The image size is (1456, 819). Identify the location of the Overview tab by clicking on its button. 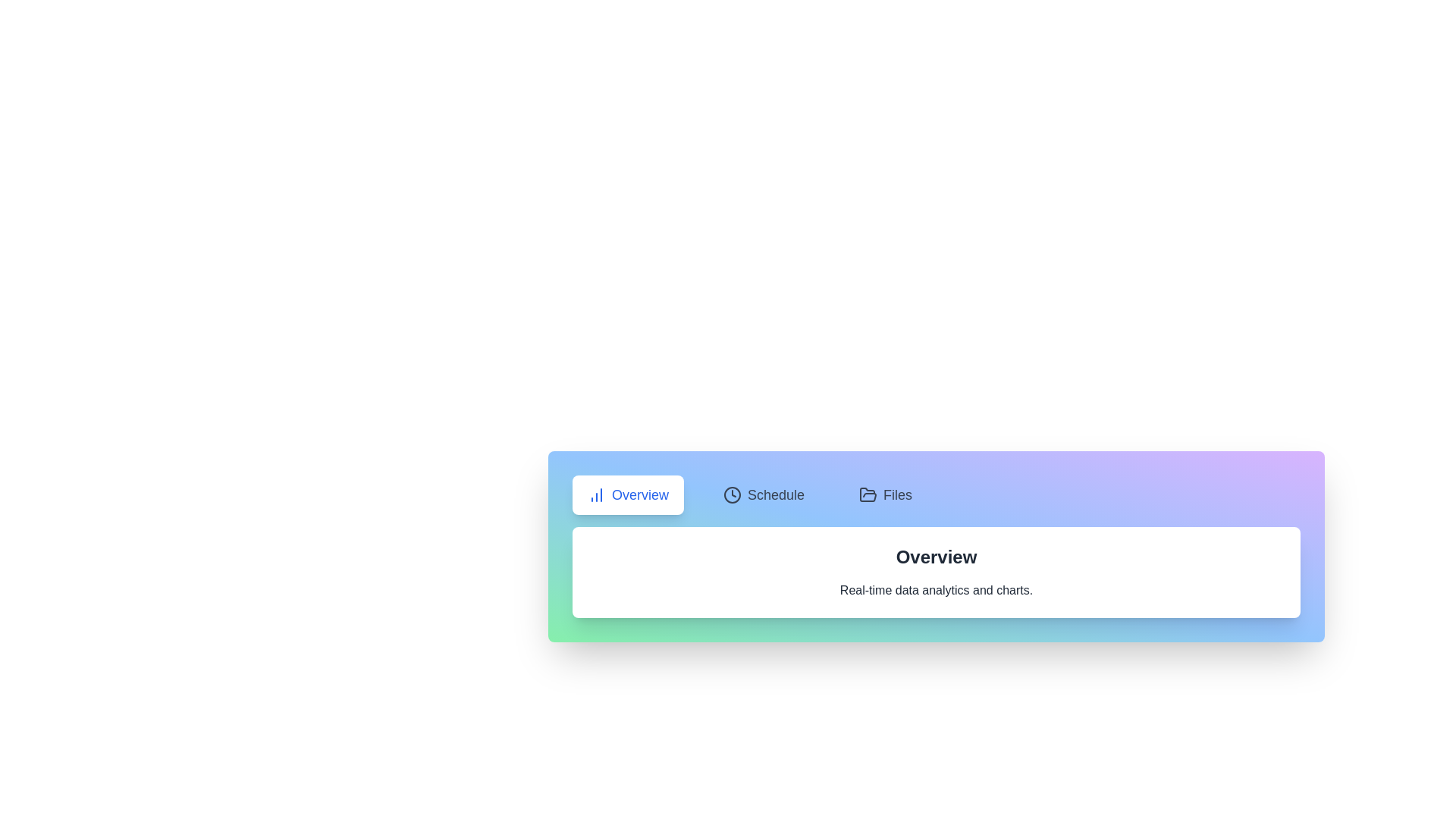
(628, 494).